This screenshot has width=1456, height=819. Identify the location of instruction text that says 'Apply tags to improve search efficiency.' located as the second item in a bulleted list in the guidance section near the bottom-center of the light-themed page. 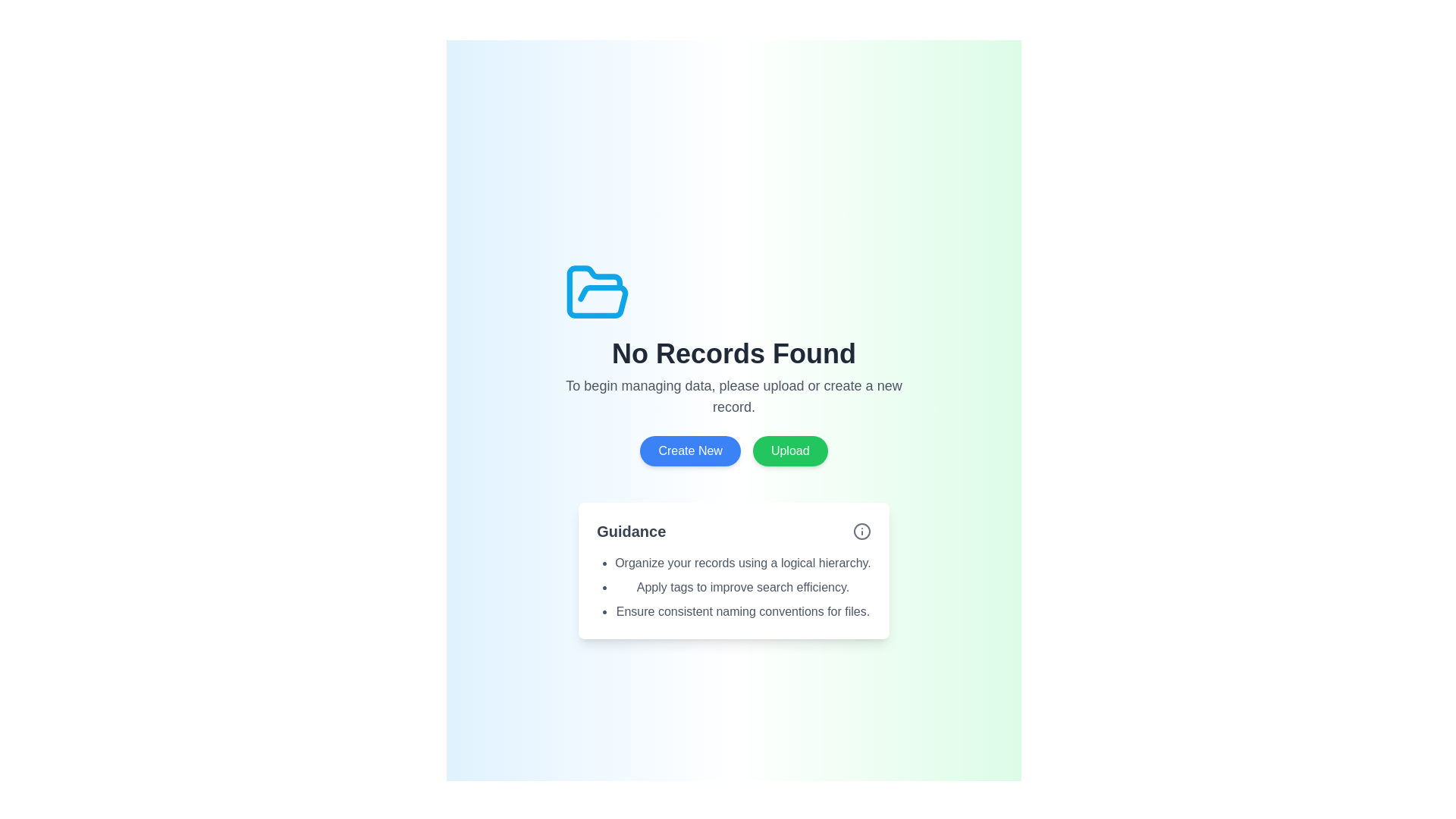
(742, 587).